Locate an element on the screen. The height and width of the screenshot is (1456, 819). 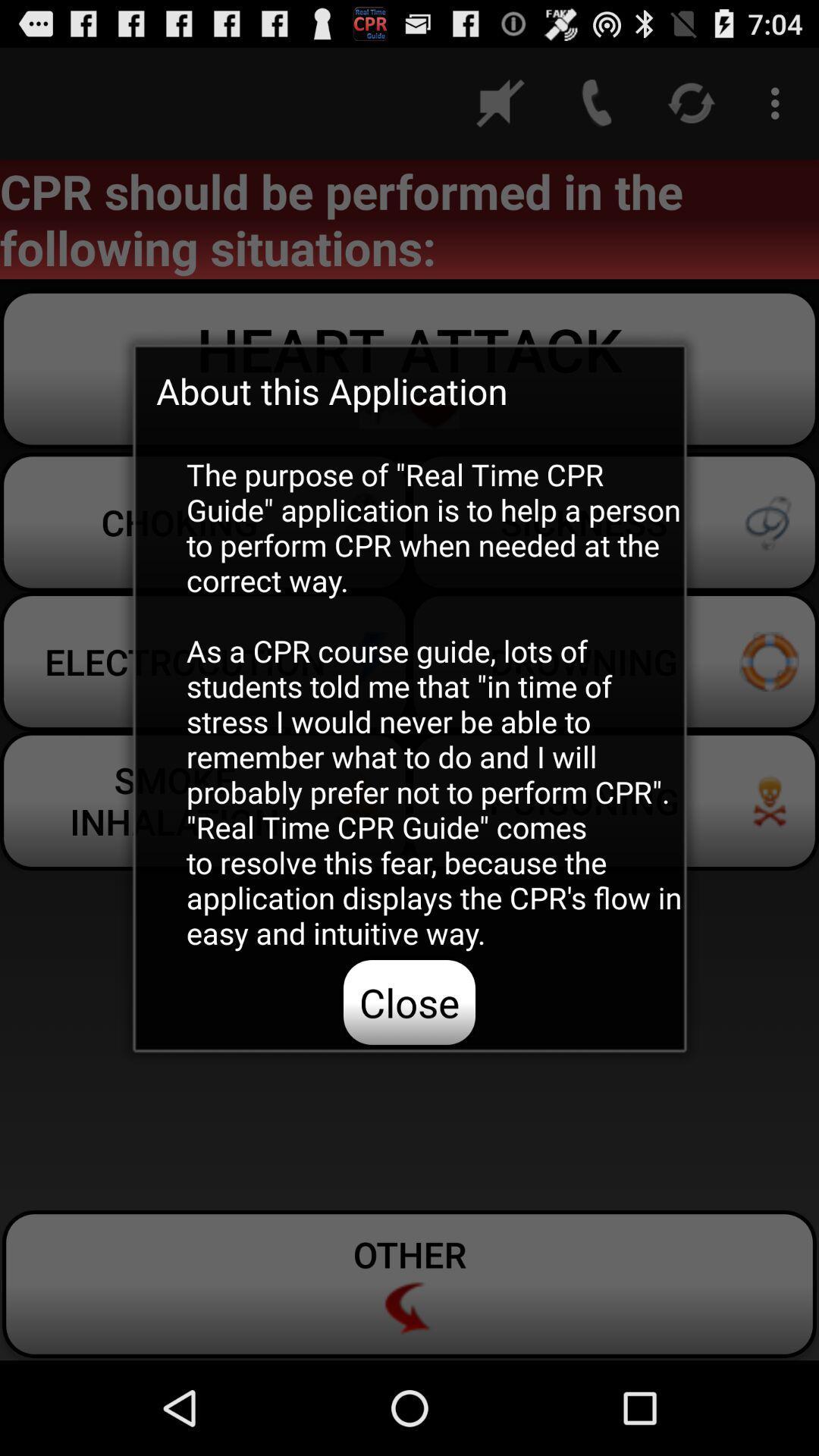
close item is located at coordinates (409, 1002).